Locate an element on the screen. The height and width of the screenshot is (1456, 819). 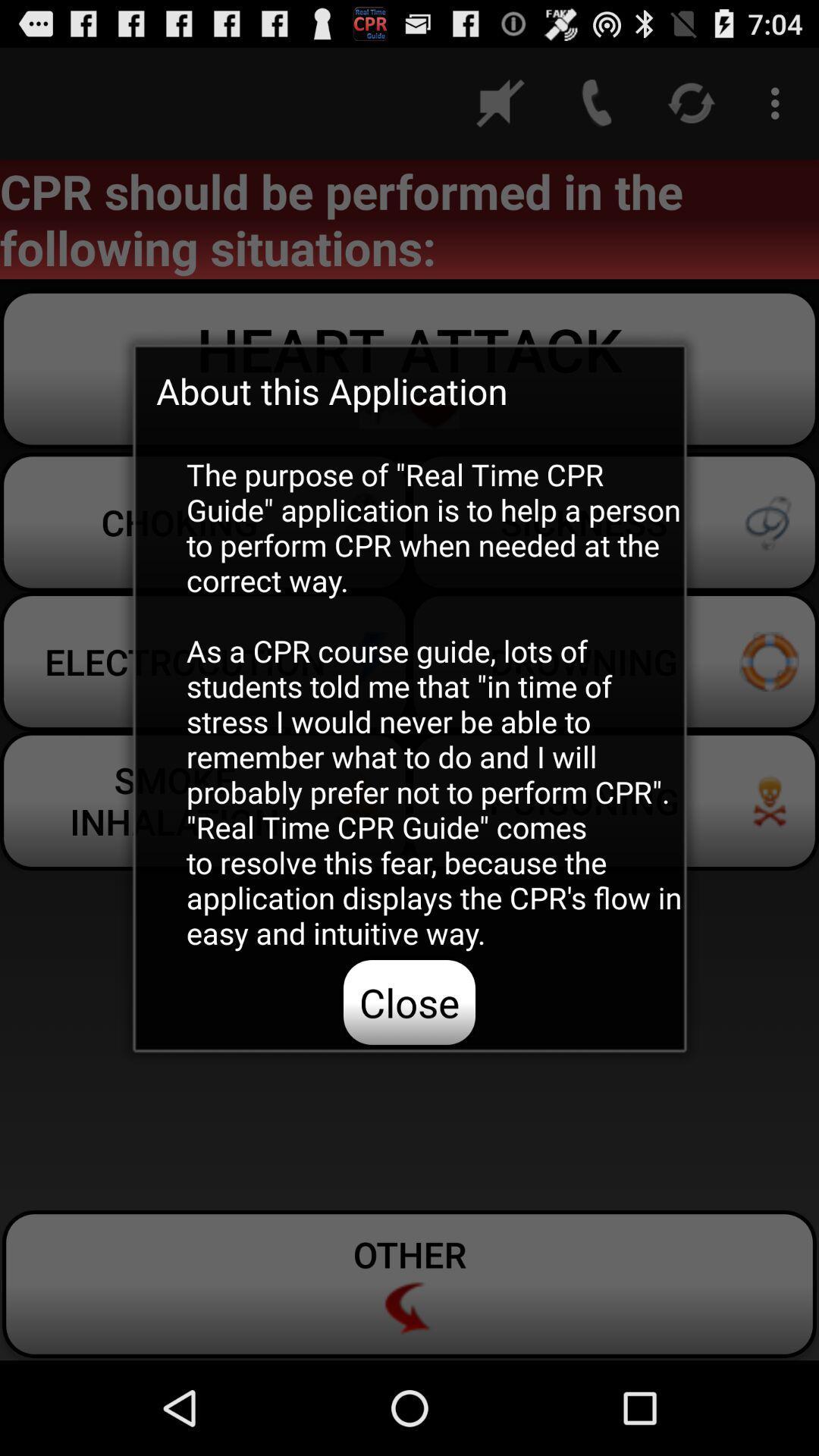
close item is located at coordinates (409, 1002).